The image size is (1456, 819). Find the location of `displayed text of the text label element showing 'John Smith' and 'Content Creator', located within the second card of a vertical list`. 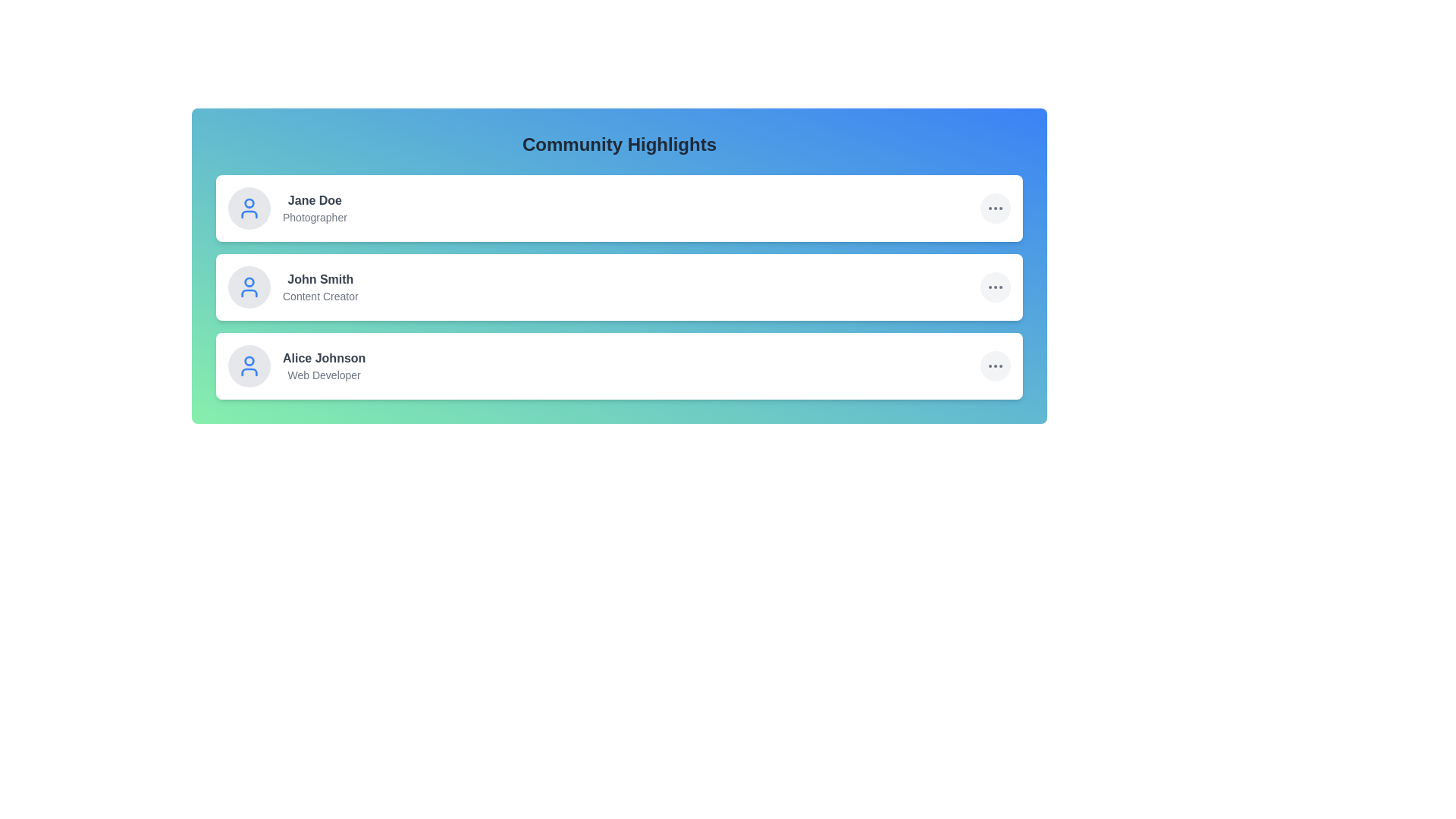

displayed text of the text label element showing 'John Smith' and 'Content Creator', located within the second card of a vertical list is located at coordinates (319, 287).